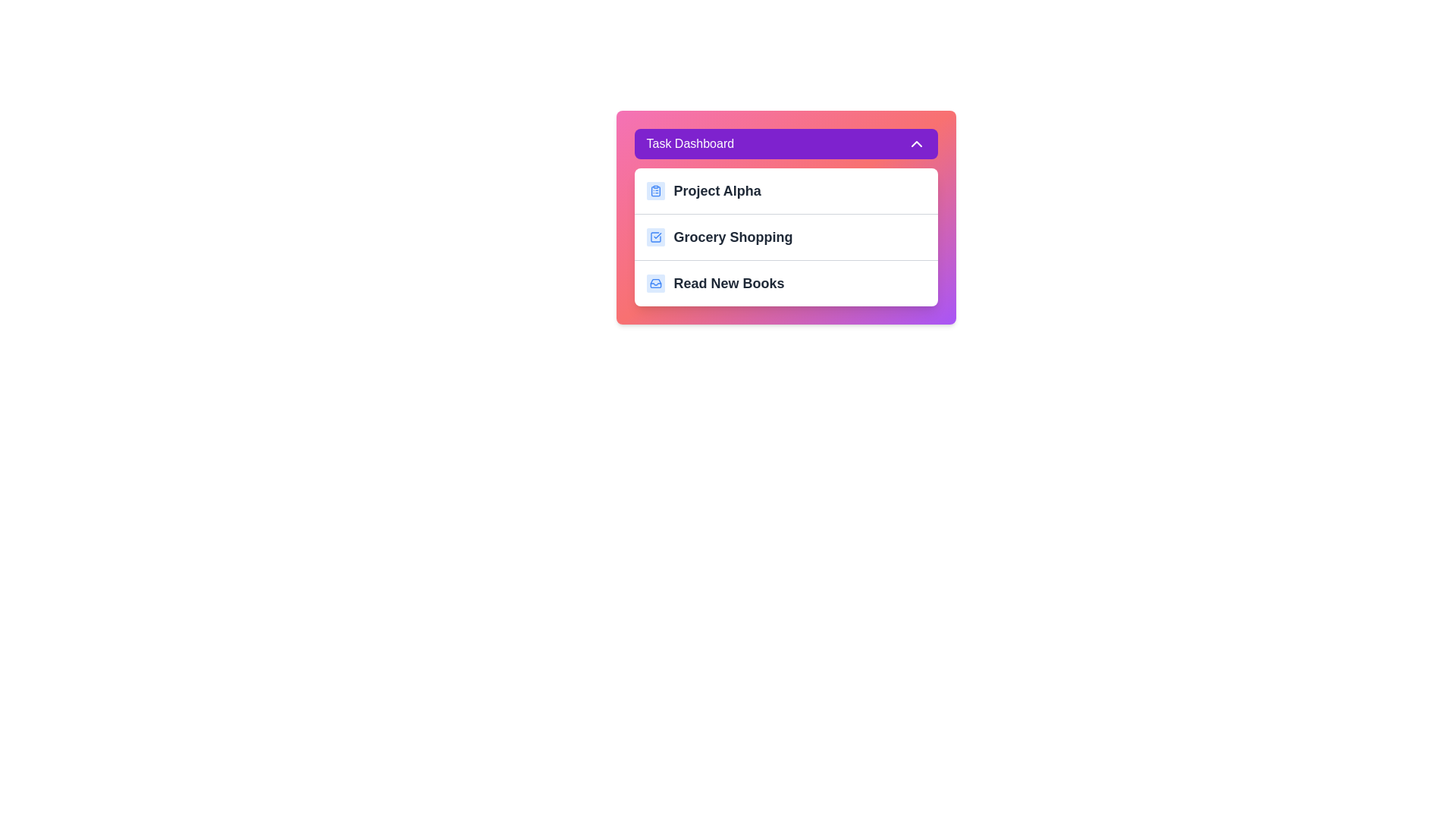 The height and width of the screenshot is (819, 1456). What do you see at coordinates (729, 284) in the screenshot?
I see `the third text label in the vertical list, which serves as a title for a task or item, positioned below 'Project Alpha' and 'Grocery Shopping'` at bounding box center [729, 284].